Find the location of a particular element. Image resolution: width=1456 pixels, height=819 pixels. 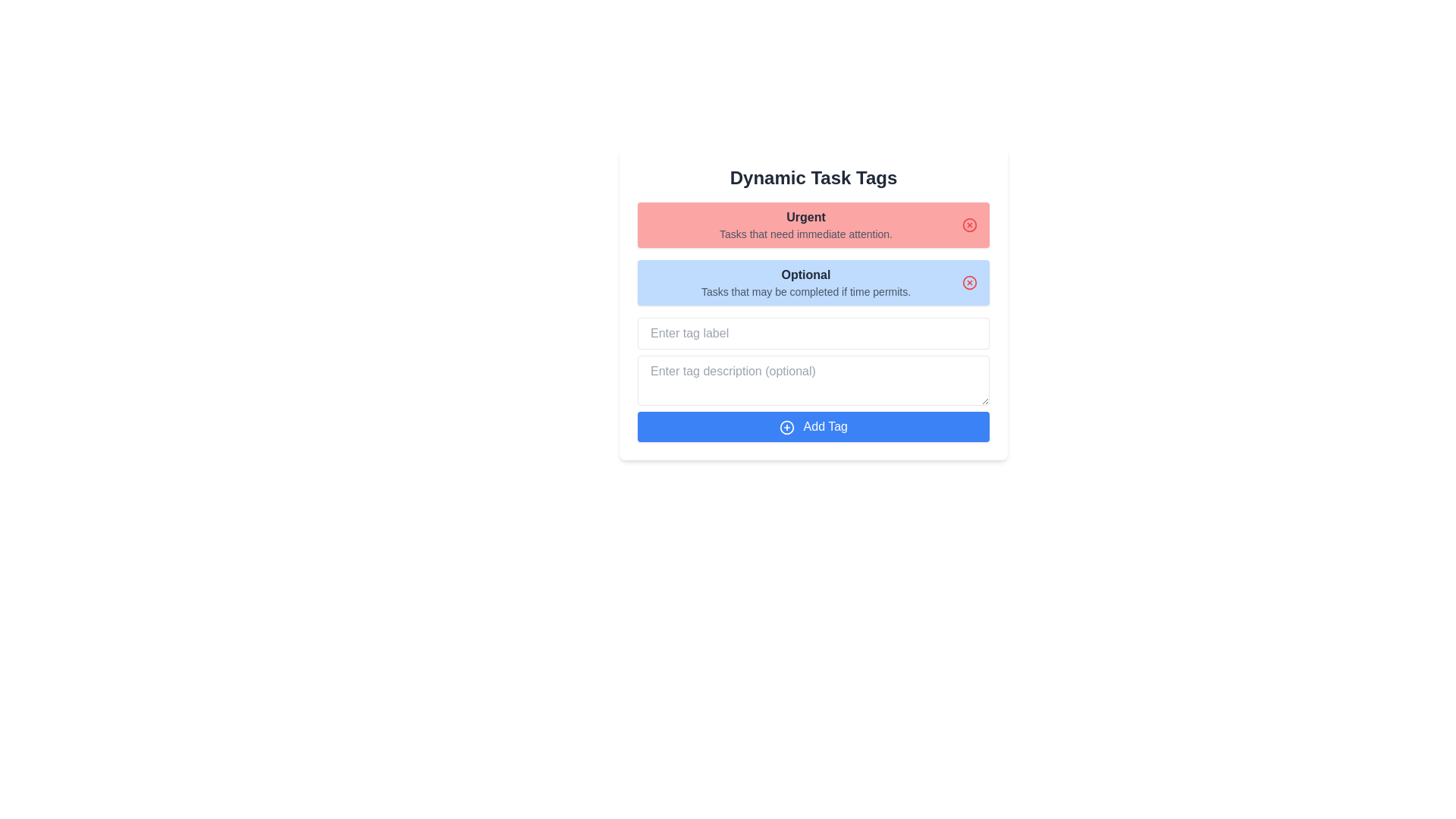

the text display component that describes the task category 'Optional,' which is located directly below the 'Urgent' tag is located at coordinates (805, 283).